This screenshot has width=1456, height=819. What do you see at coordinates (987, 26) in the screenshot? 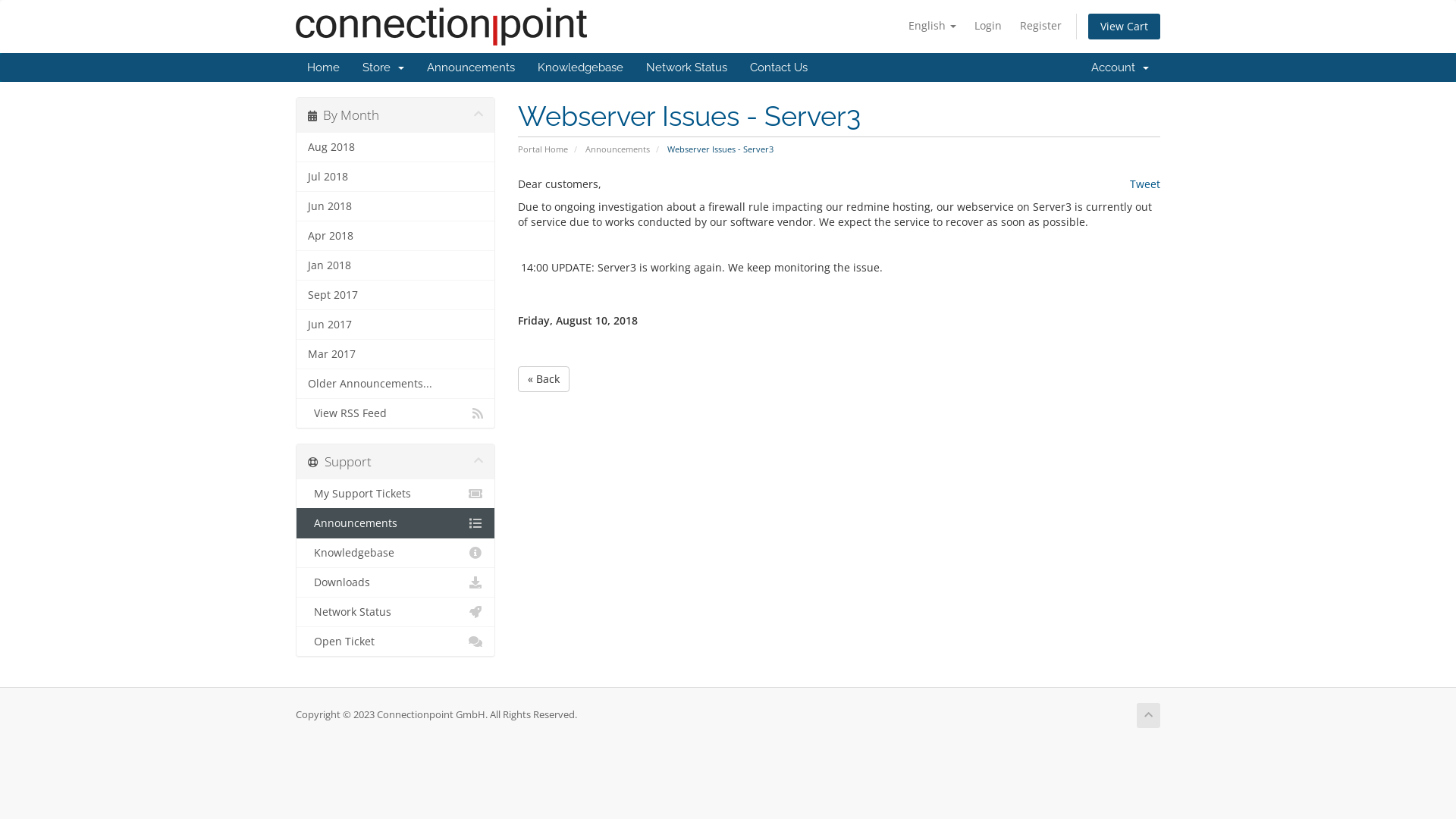
I see `'Login'` at bounding box center [987, 26].